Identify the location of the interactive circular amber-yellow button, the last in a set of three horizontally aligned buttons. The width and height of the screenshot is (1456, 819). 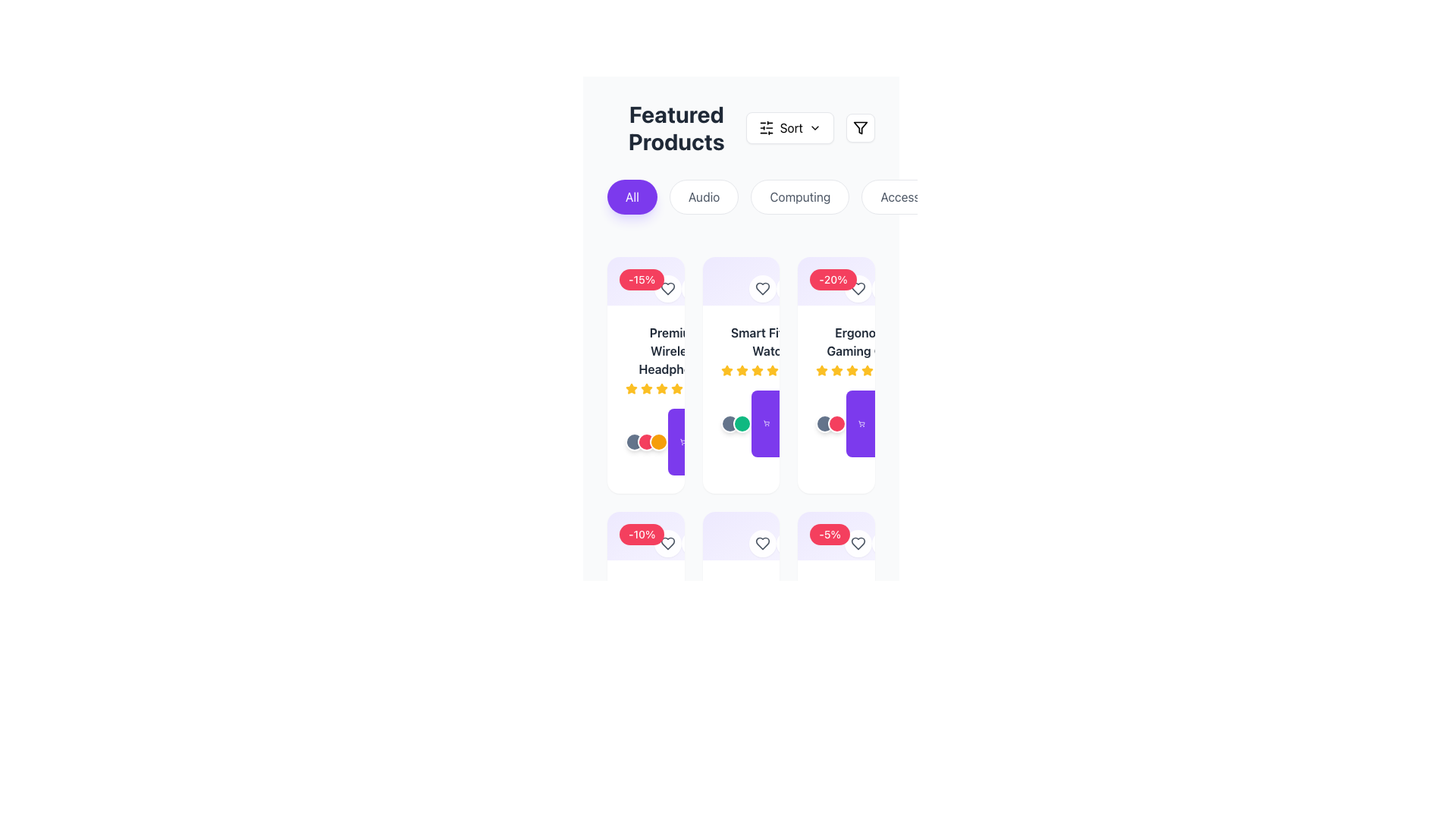
(658, 441).